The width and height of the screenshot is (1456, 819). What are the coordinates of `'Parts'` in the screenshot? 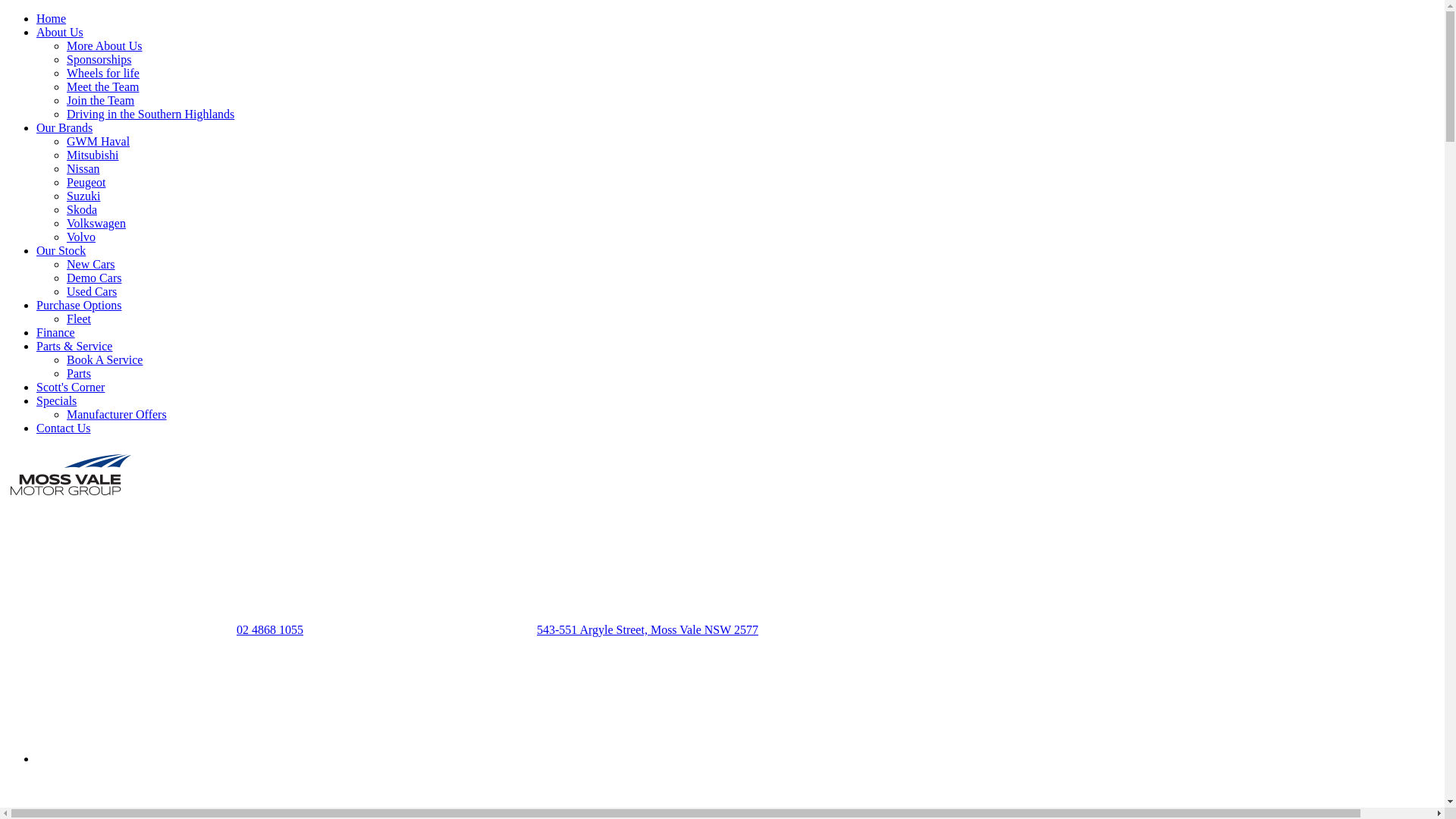 It's located at (78, 373).